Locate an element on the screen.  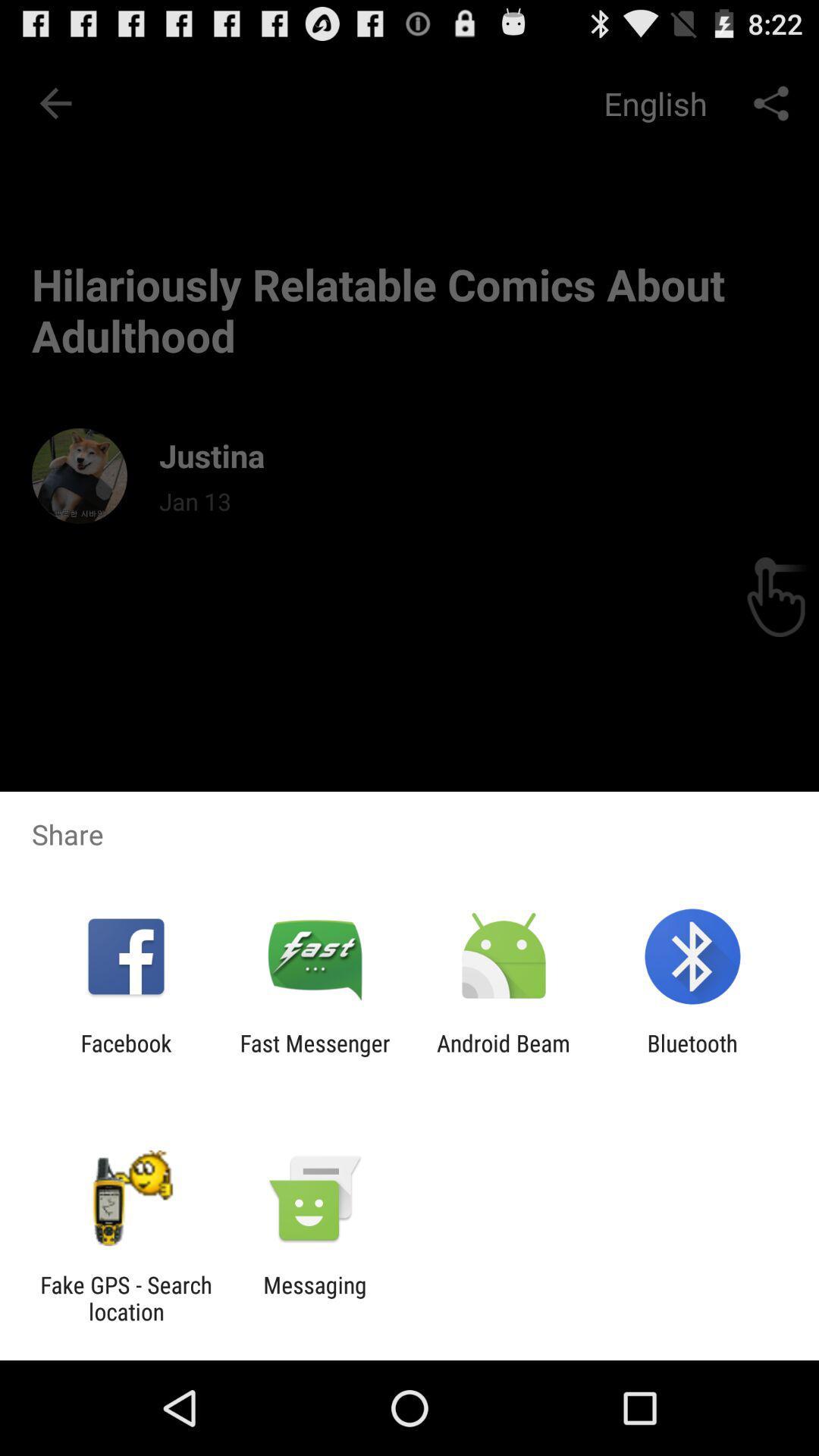
fake gps search app is located at coordinates (125, 1298).